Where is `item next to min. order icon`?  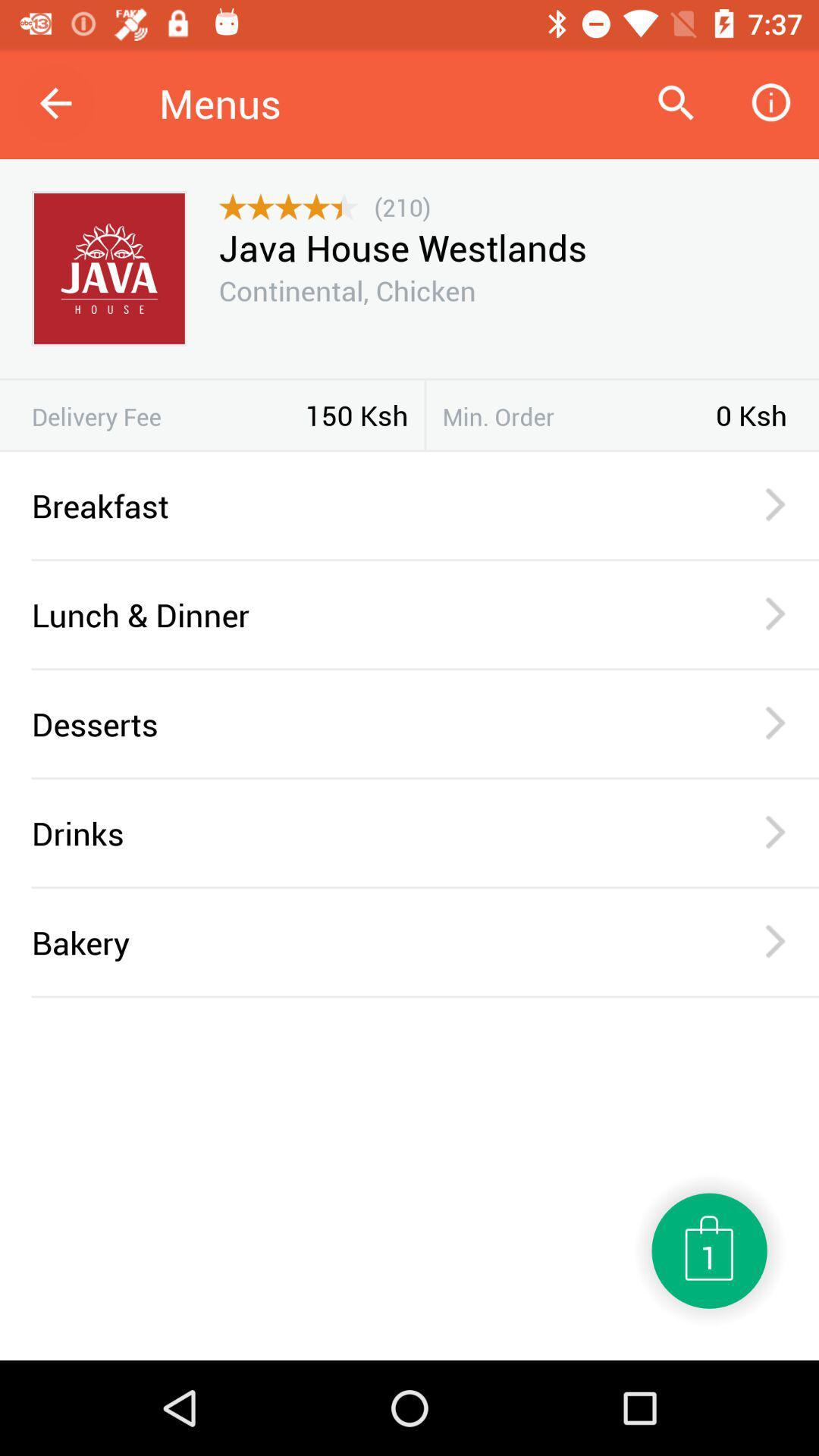 item next to min. order icon is located at coordinates (425, 415).